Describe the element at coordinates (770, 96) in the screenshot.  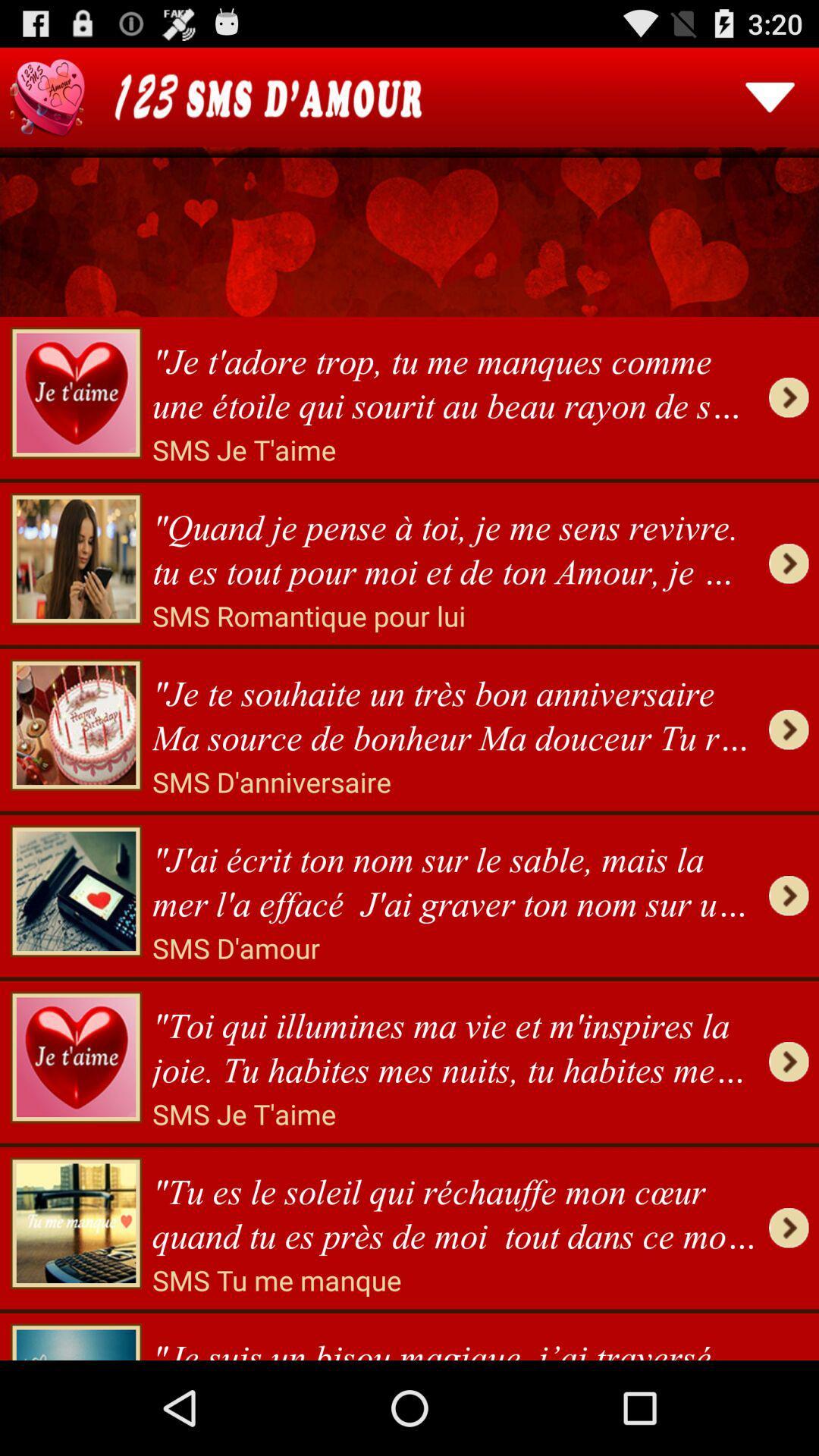
I see `this button menu selection` at that location.